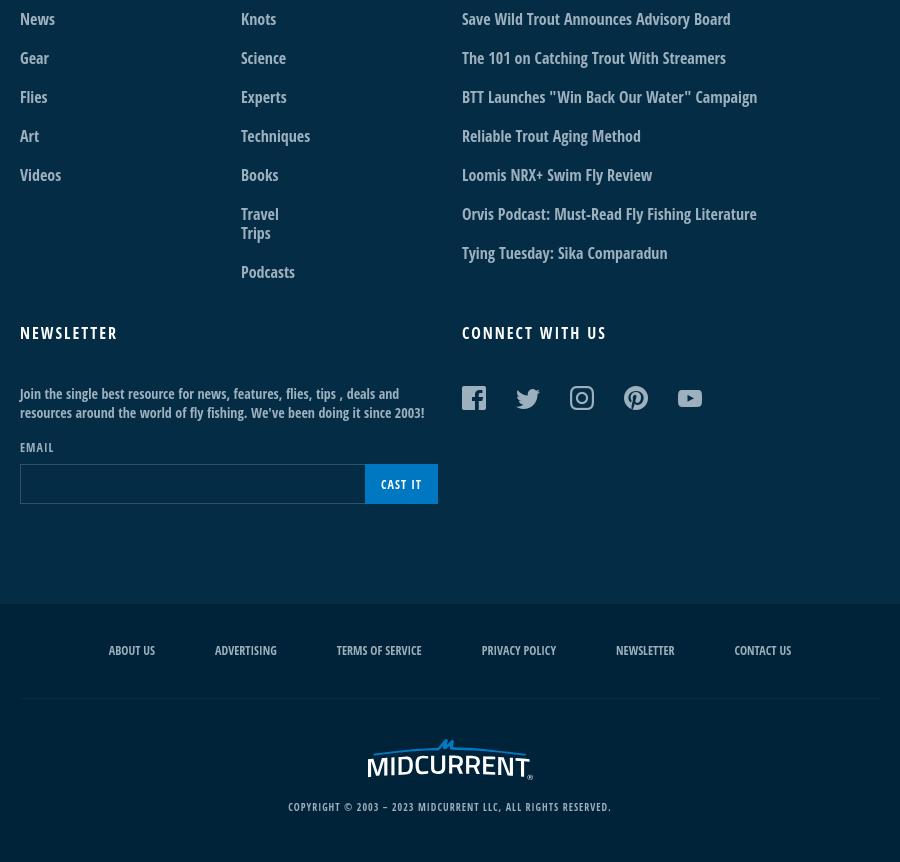 The image size is (900, 862). Describe the element at coordinates (258, 214) in the screenshot. I see `'Travel'` at that location.